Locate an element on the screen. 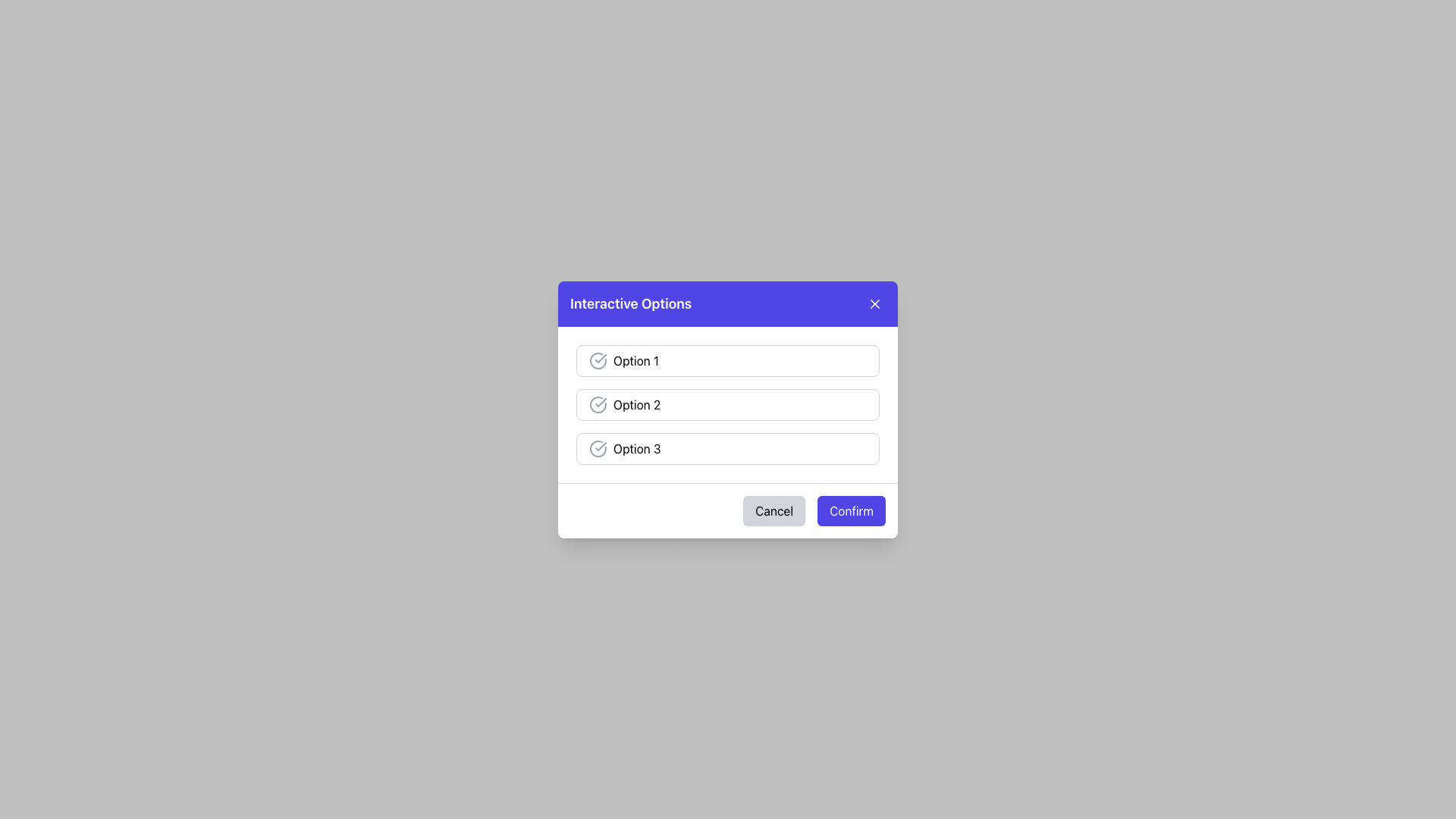 This screenshot has height=819, width=1456. the decorative checkmark icon in the SVG graphic next to the 'Option 2' label within the 'Interactive Options' dialog box is located at coordinates (600, 401).